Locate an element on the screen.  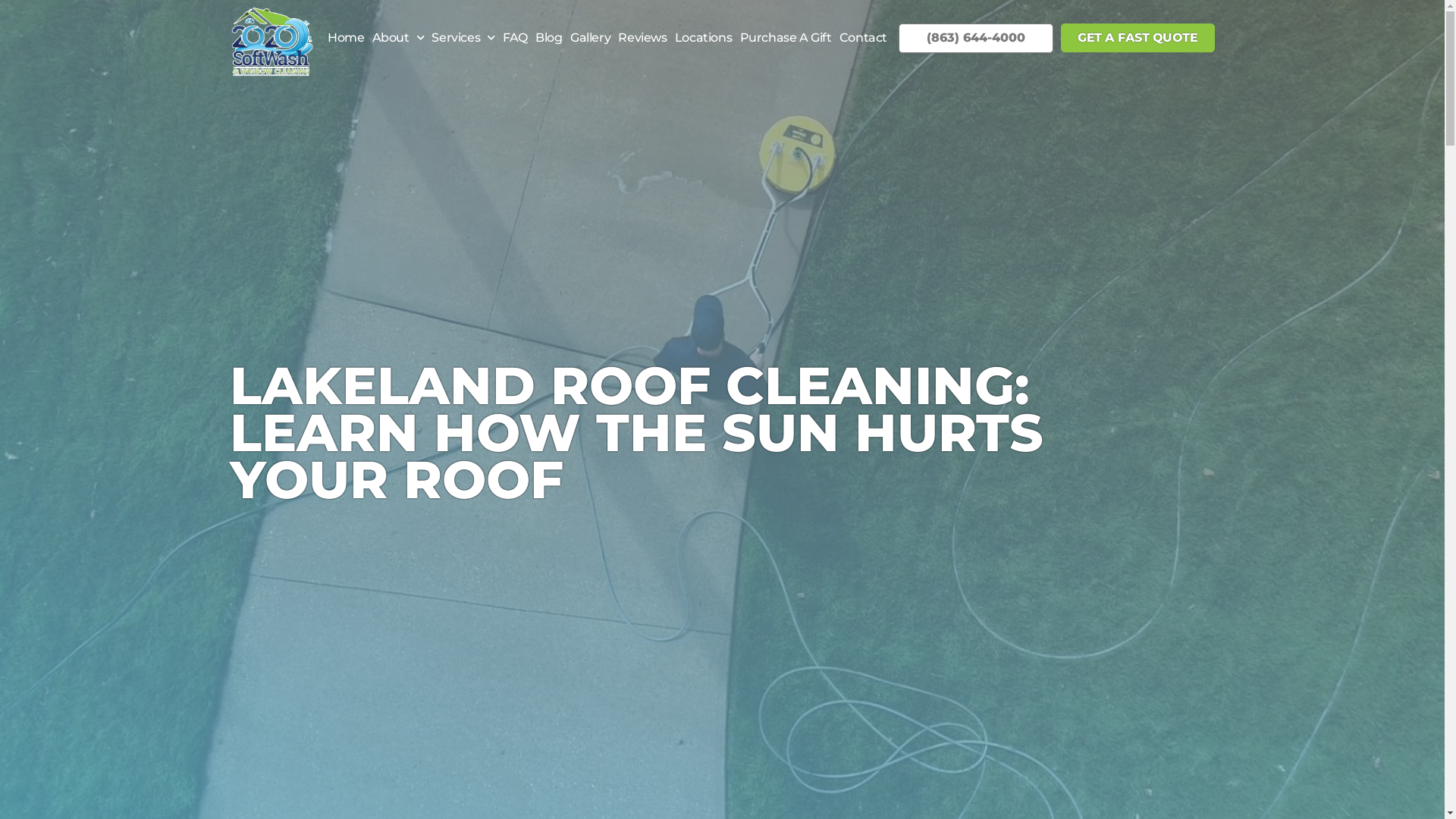
'(863) 644-4000' is located at coordinates (975, 36).